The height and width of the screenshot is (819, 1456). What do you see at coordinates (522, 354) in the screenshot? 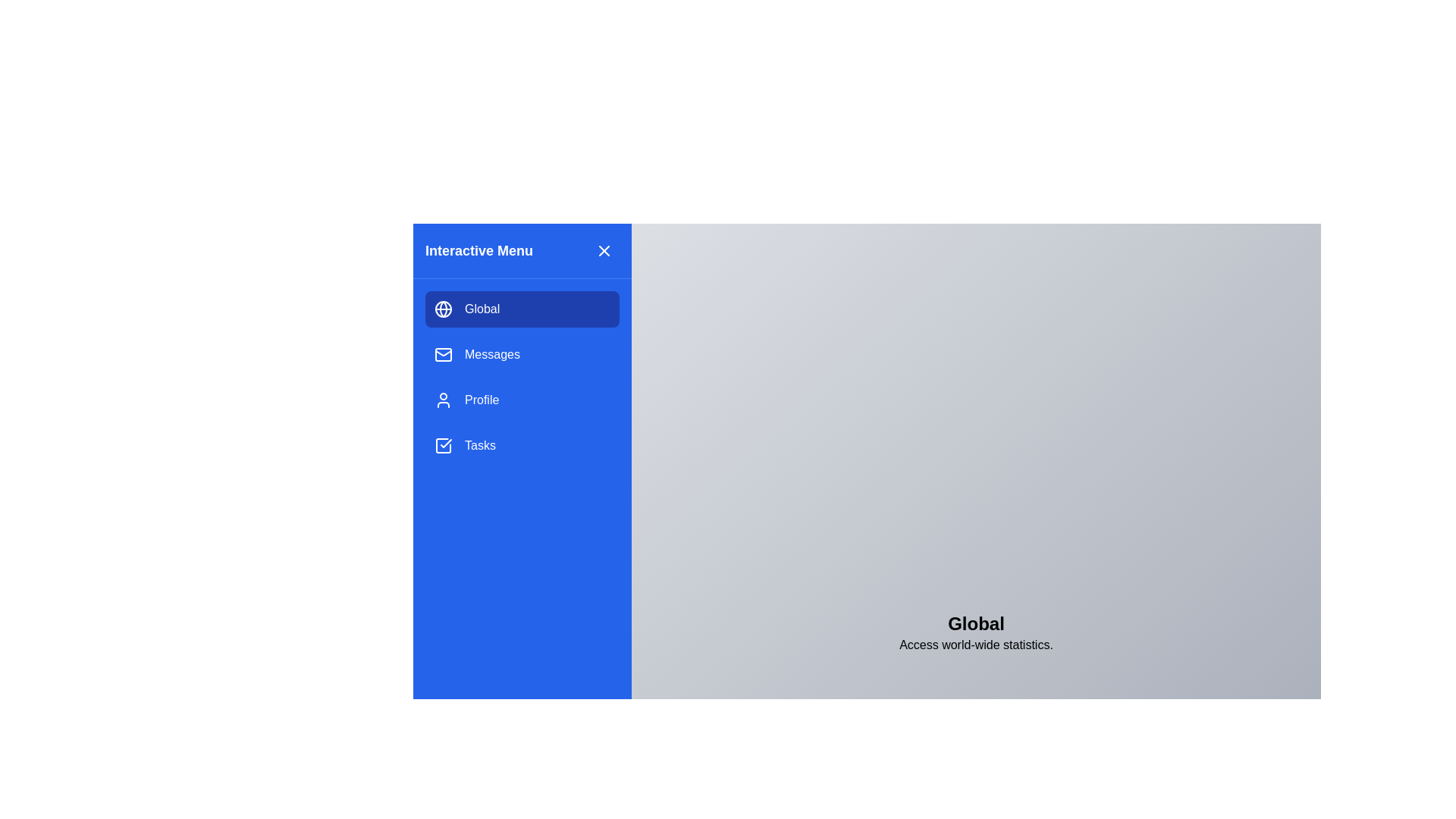
I see `the 'Messages' button located in the blue sidebar menu, which is the second item below 'Global' and above 'Profile'` at bounding box center [522, 354].